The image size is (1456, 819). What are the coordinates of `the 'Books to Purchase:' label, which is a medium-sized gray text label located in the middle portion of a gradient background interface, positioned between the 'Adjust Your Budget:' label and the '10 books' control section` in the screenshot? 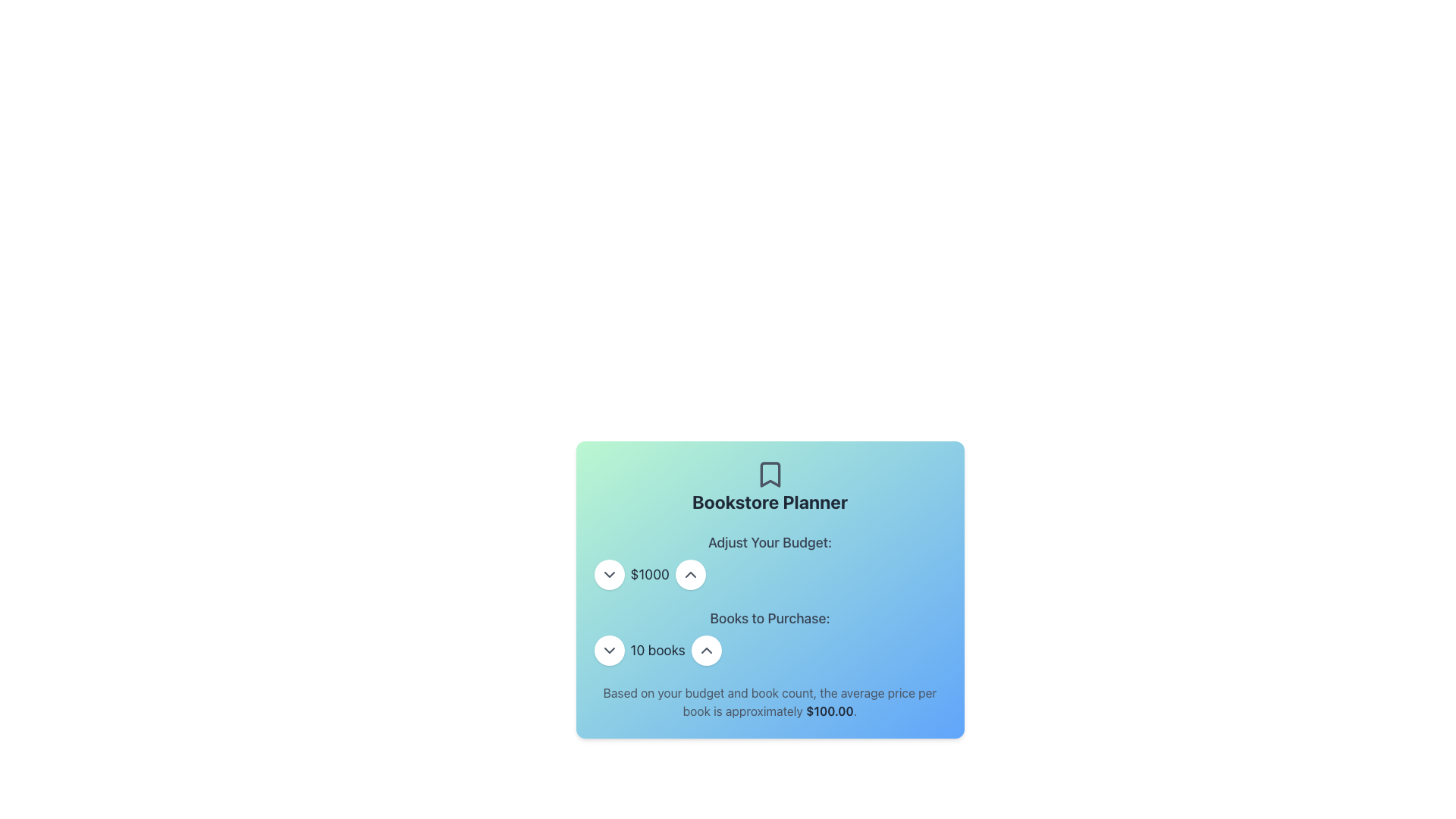 It's located at (770, 619).